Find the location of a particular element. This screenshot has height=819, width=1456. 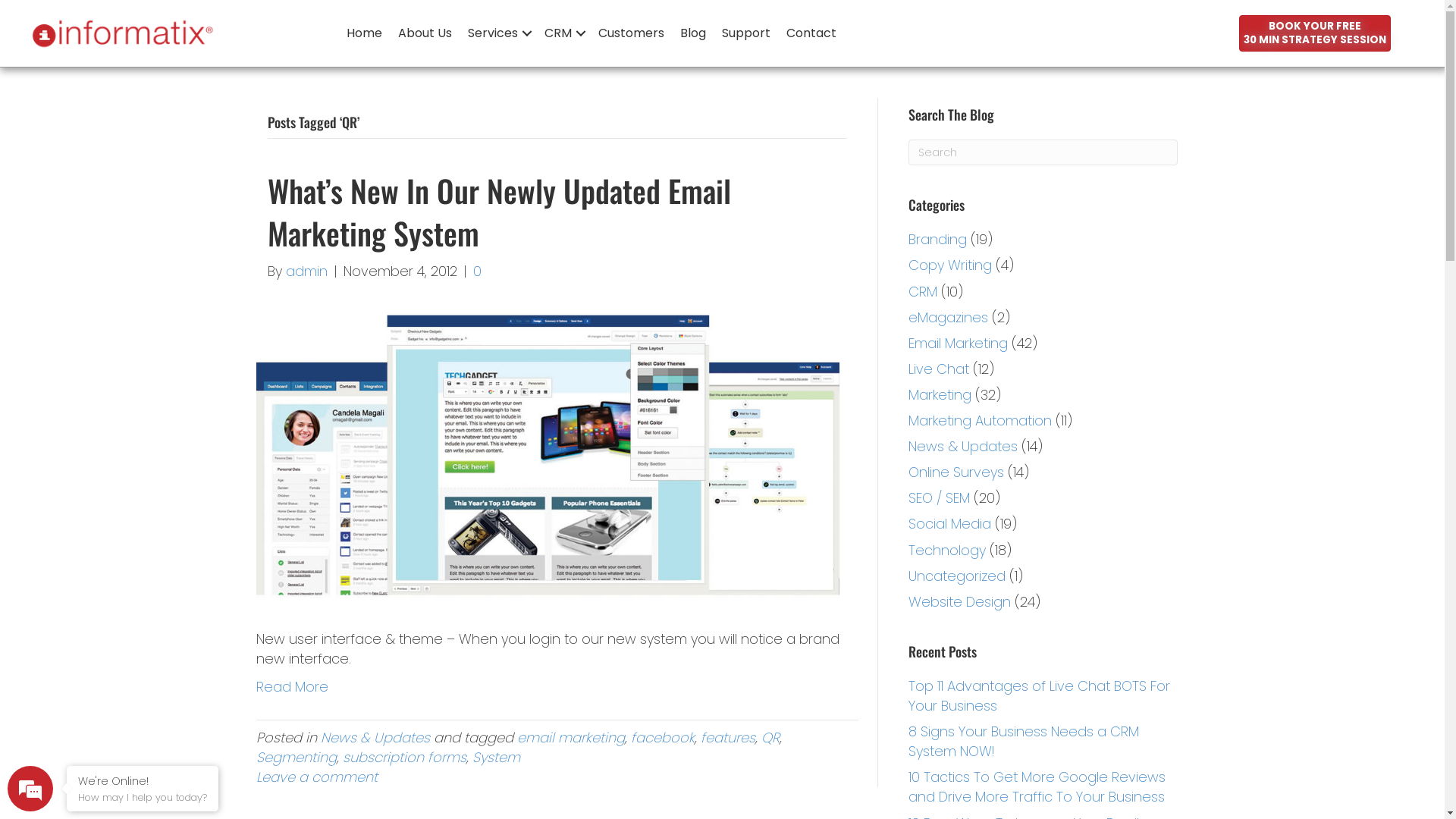

'Customers' is located at coordinates (589, 33).